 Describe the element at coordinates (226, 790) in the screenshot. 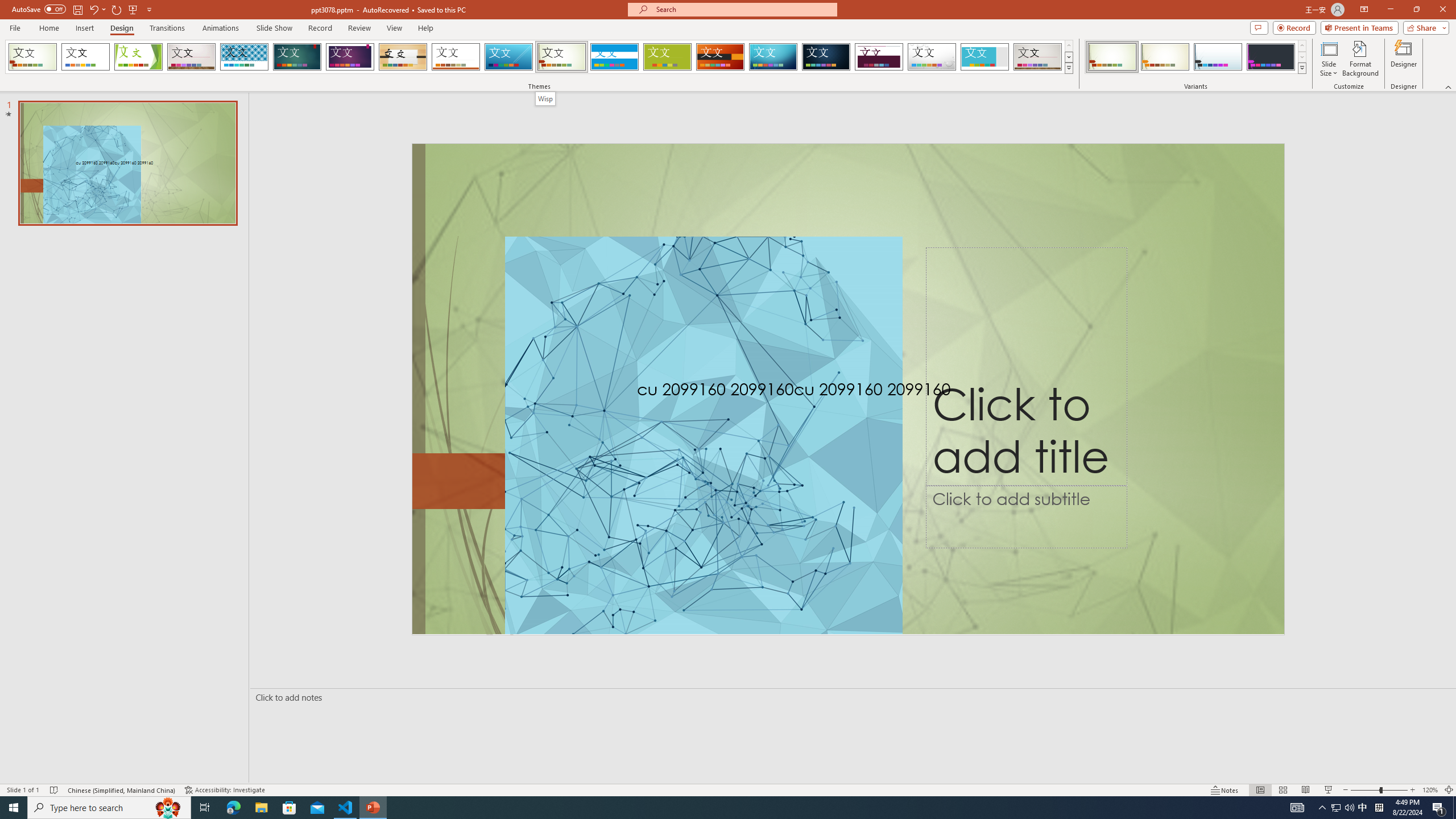

I see `'Accessibility Checker Accessibility: Investigate'` at that location.